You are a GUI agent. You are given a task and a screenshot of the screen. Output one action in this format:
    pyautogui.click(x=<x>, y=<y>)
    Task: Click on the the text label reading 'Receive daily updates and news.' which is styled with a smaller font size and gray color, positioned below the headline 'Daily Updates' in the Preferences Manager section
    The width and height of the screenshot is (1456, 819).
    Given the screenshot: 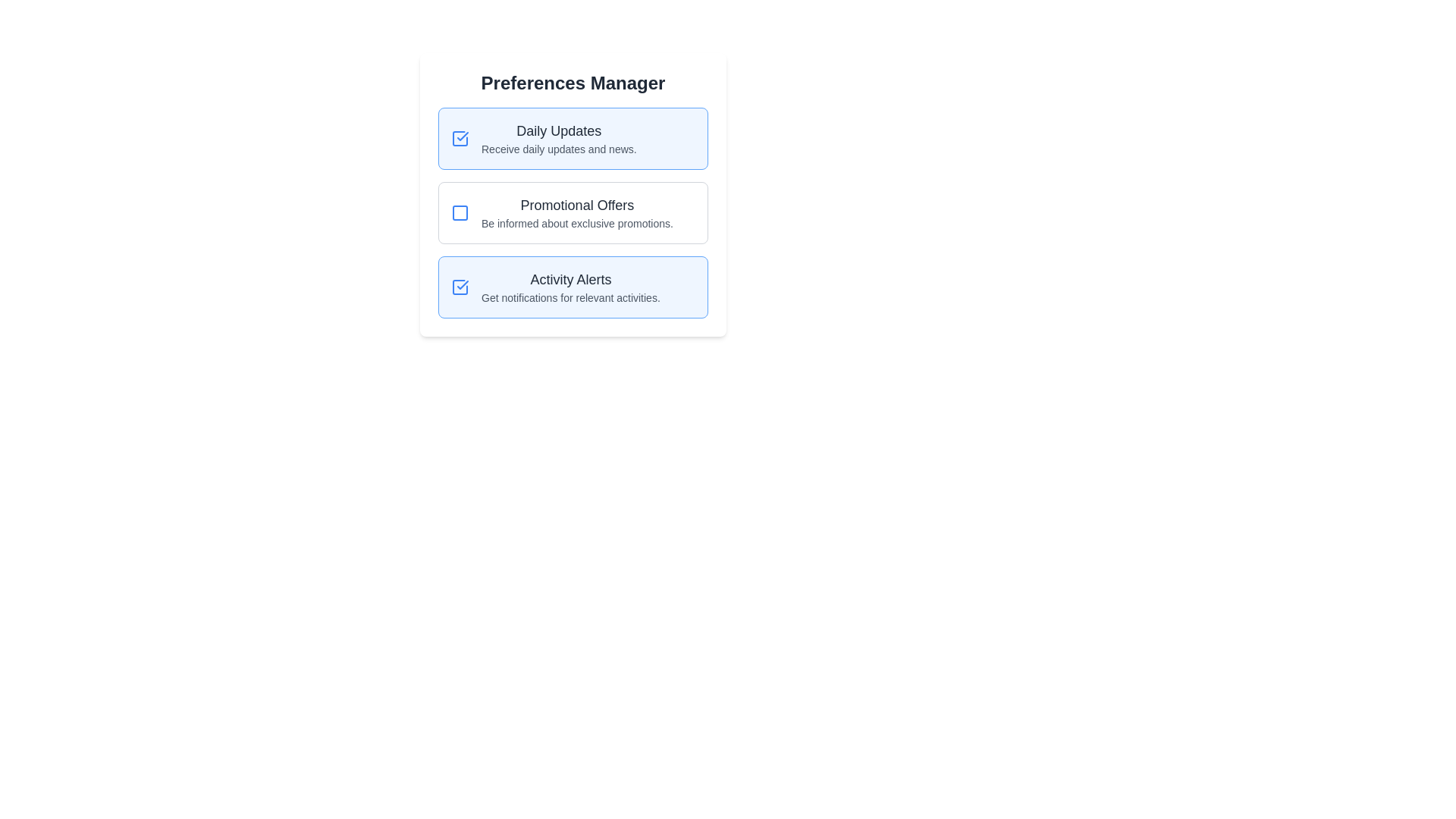 What is the action you would take?
    pyautogui.click(x=558, y=149)
    